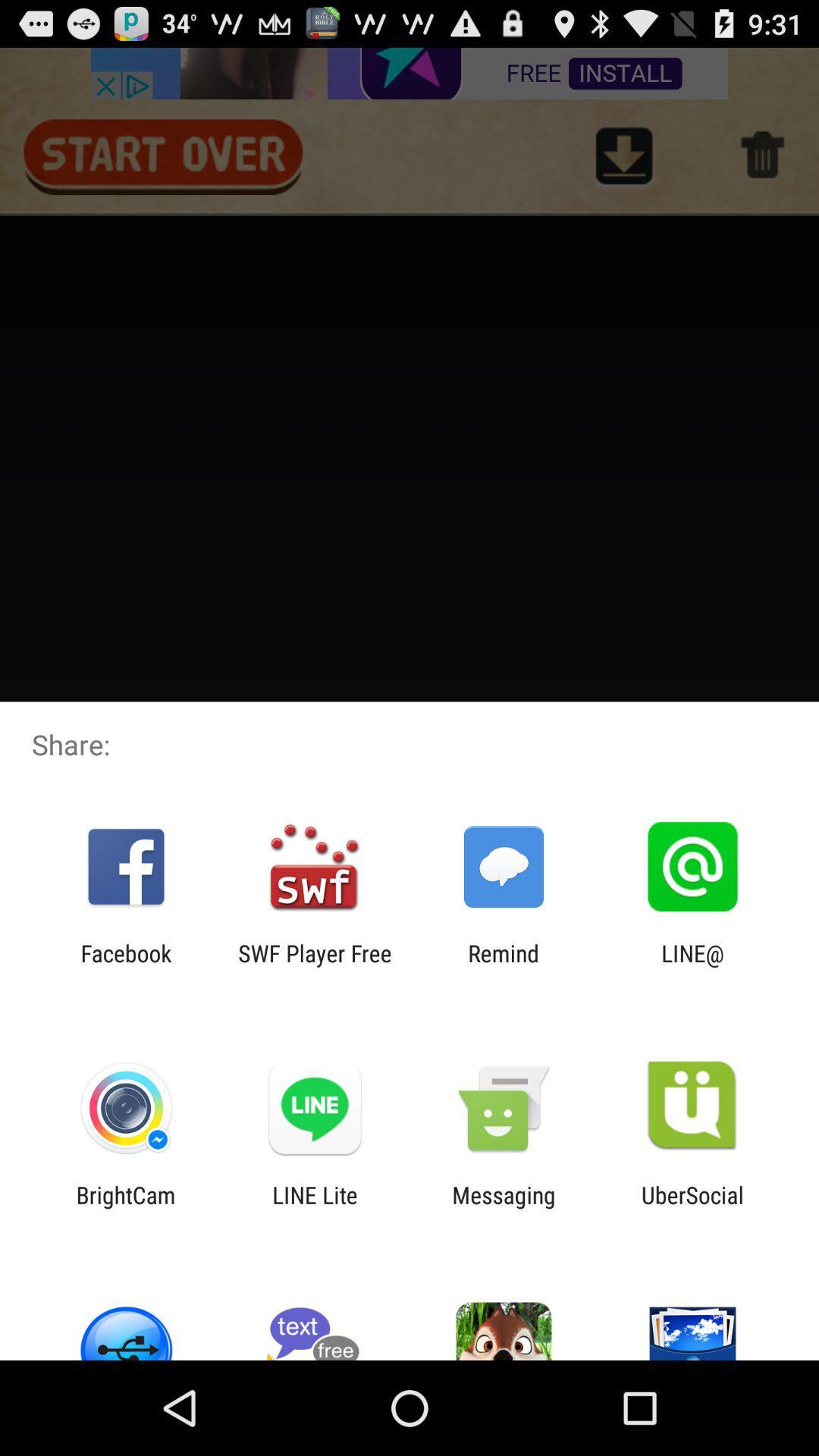 The image size is (819, 1456). I want to click on item next to ubersocial item, so click(504, 1207).